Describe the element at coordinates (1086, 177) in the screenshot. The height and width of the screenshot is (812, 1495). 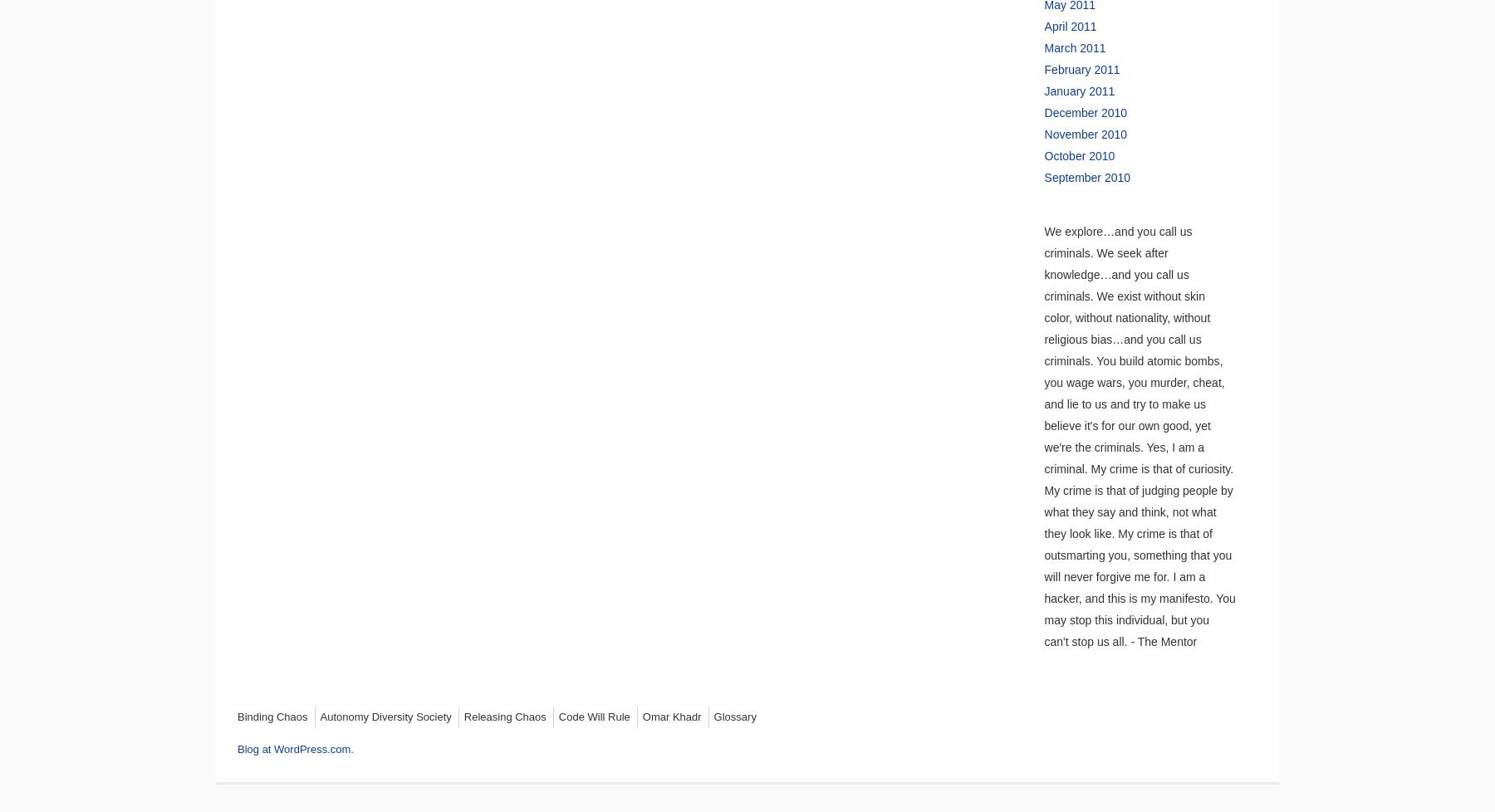
I see `'September 2010'` at that location.